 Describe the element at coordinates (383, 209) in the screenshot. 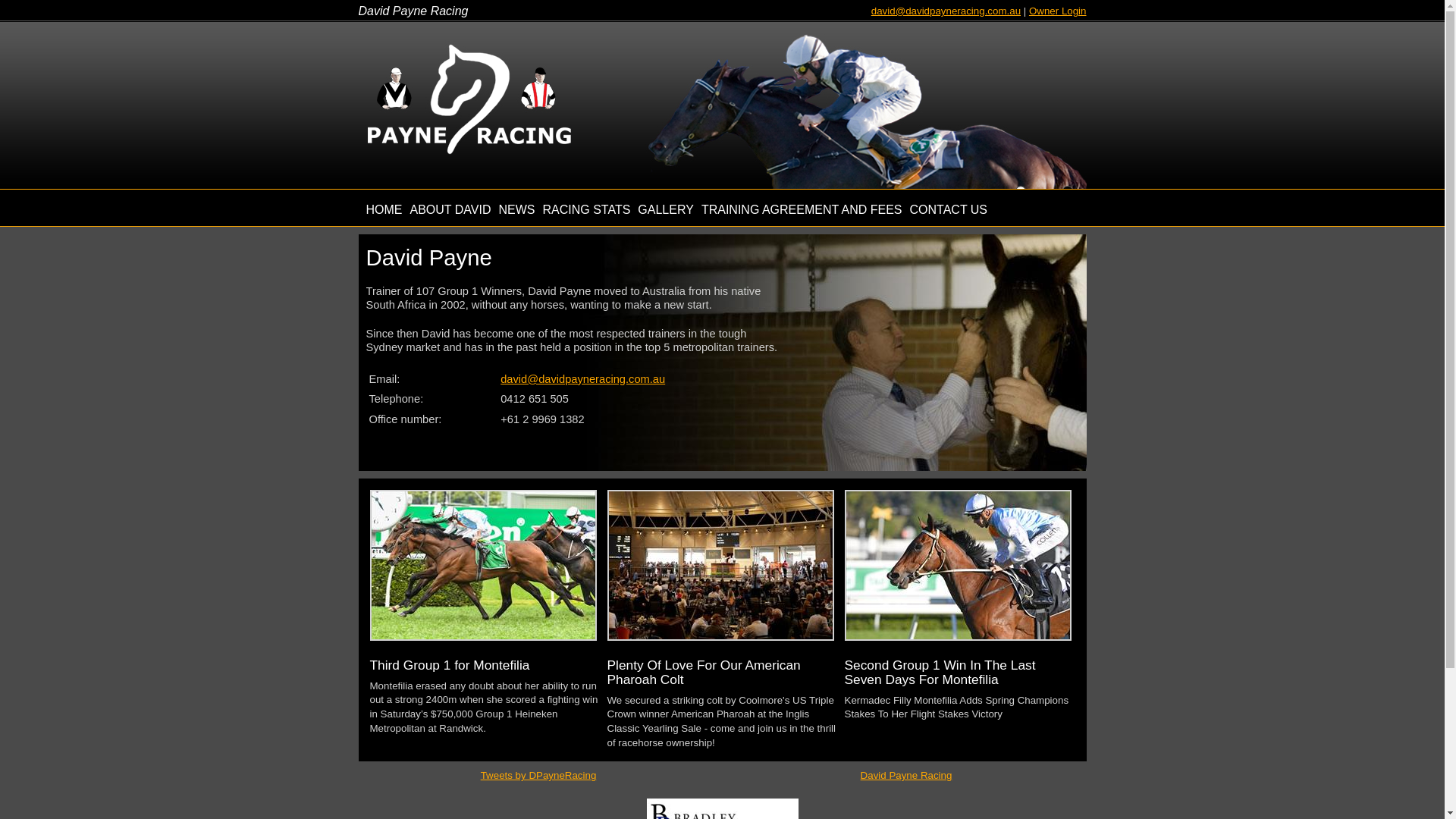

I see `'HOME'` at that location.